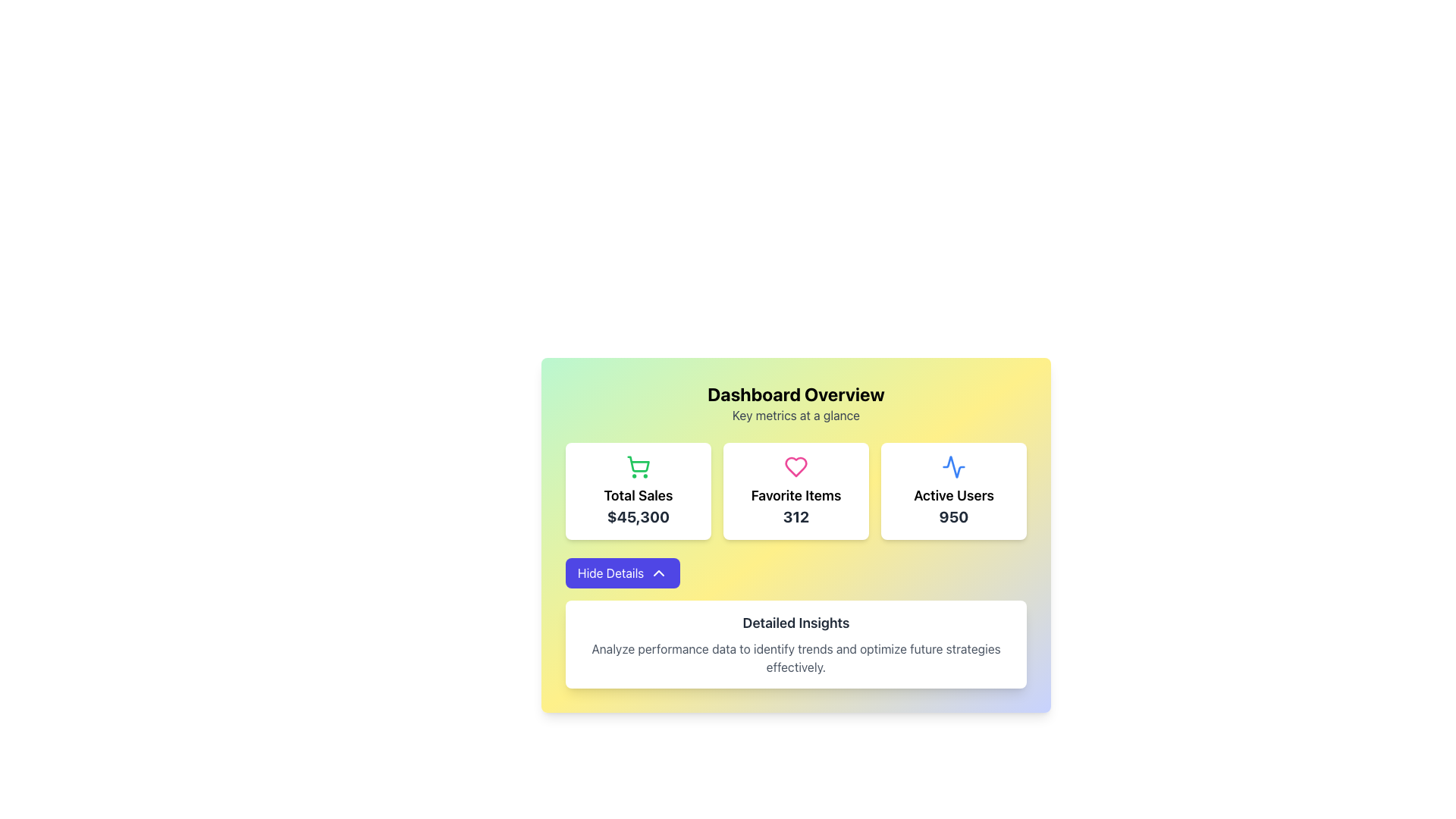 The width and height of the screenshot is (1456, 819). What do you see at coordinates (639, 463) in the screenshot?
I see `the shopping or sales icon located in the leftmost white rectangular card labeled 'Total Sales $45,300' in the bottom section of the interface under 'Dashboard Overview'` at bounding box center [639, 463].